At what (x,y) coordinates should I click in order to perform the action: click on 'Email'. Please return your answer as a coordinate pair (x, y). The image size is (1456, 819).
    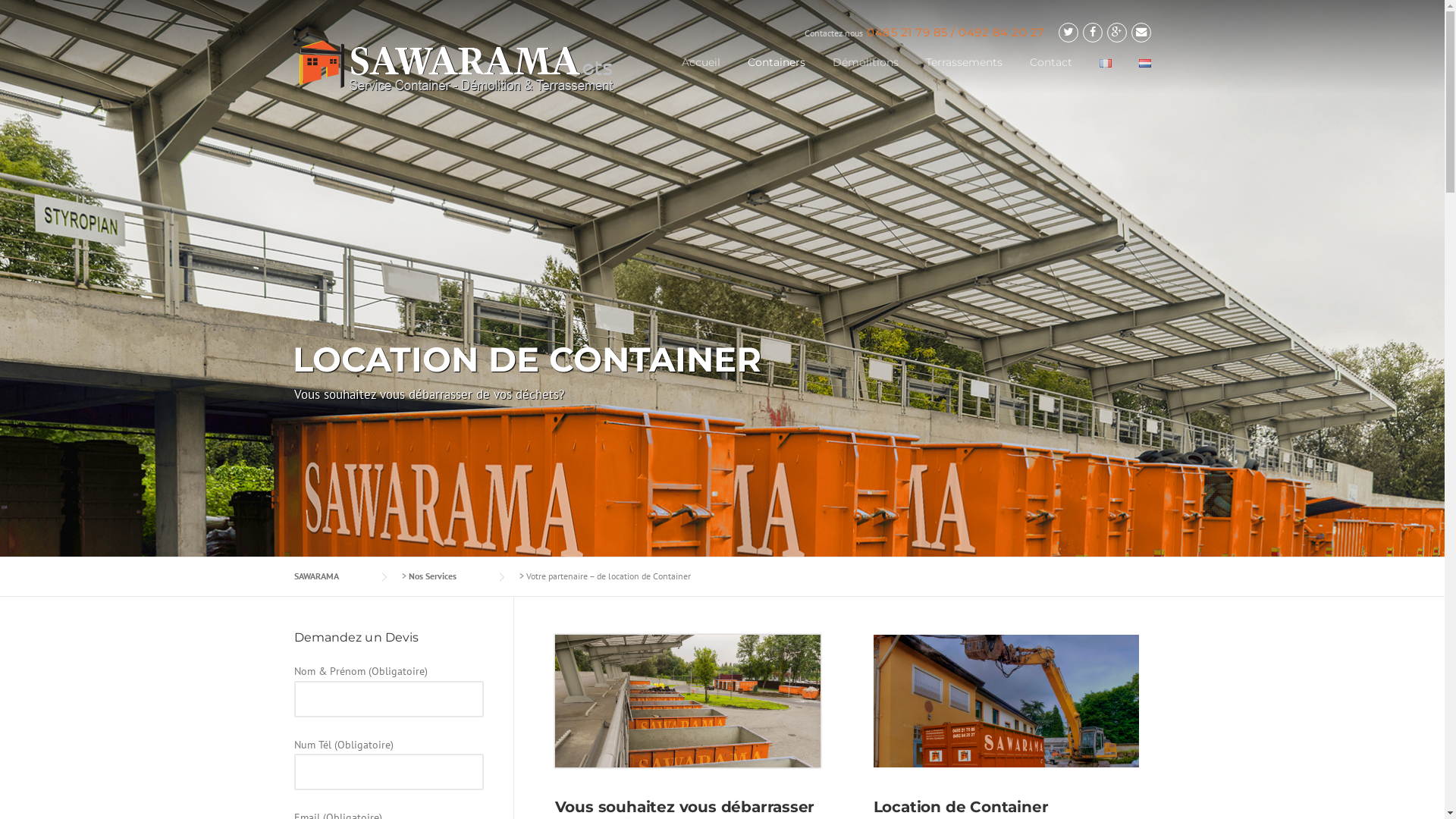
    Looking at the image, I should click on (1141, 32).